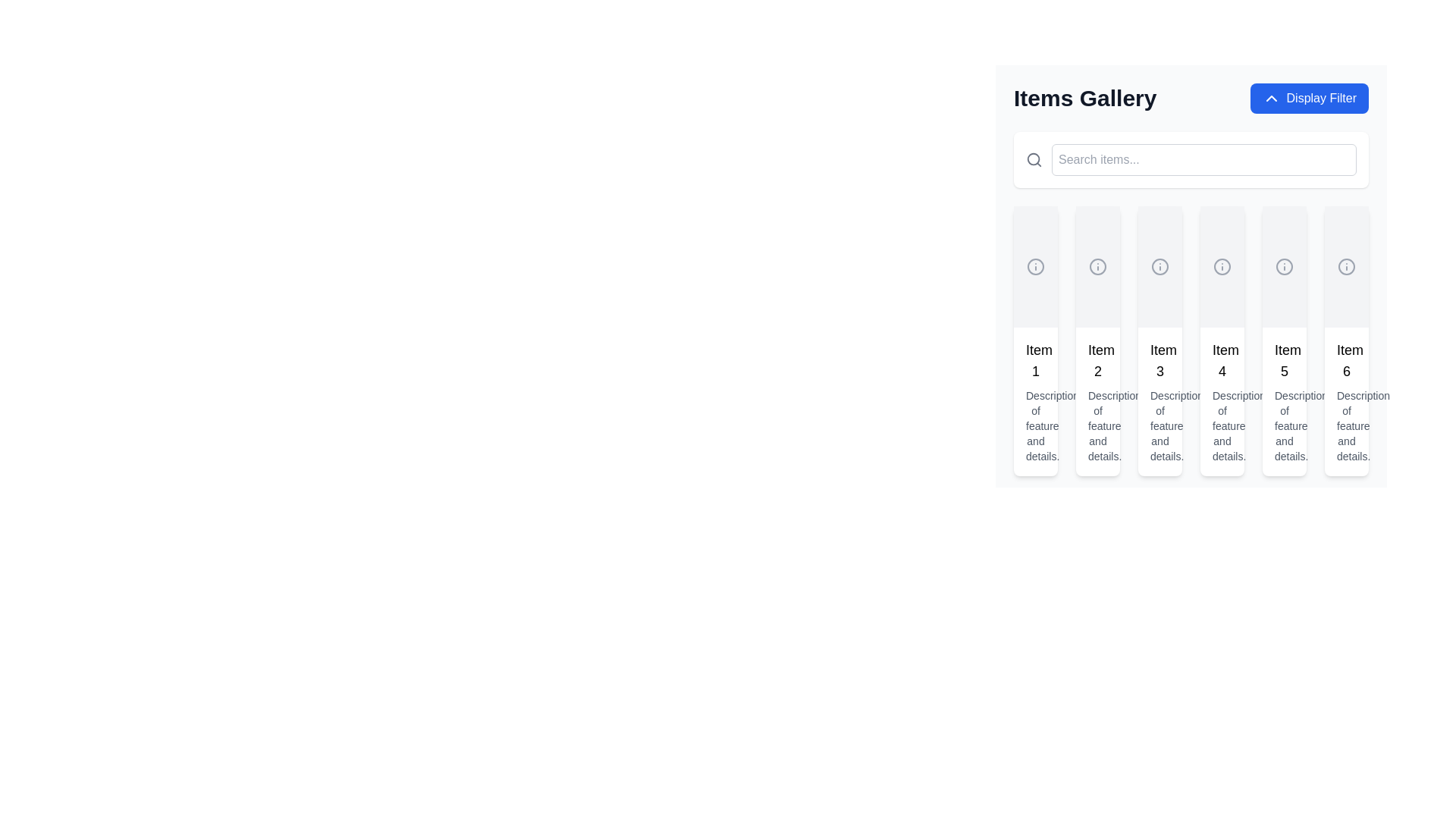 The height and width of the screenshot is (819, 1456). What do you see at coordinates (1271, 99) in the screenshot?
I see `the upward chevron-shaped arrow icon located inside the blue 'Display Filter' button in the top right corner of the interface` at bounding box center [1271, 99].